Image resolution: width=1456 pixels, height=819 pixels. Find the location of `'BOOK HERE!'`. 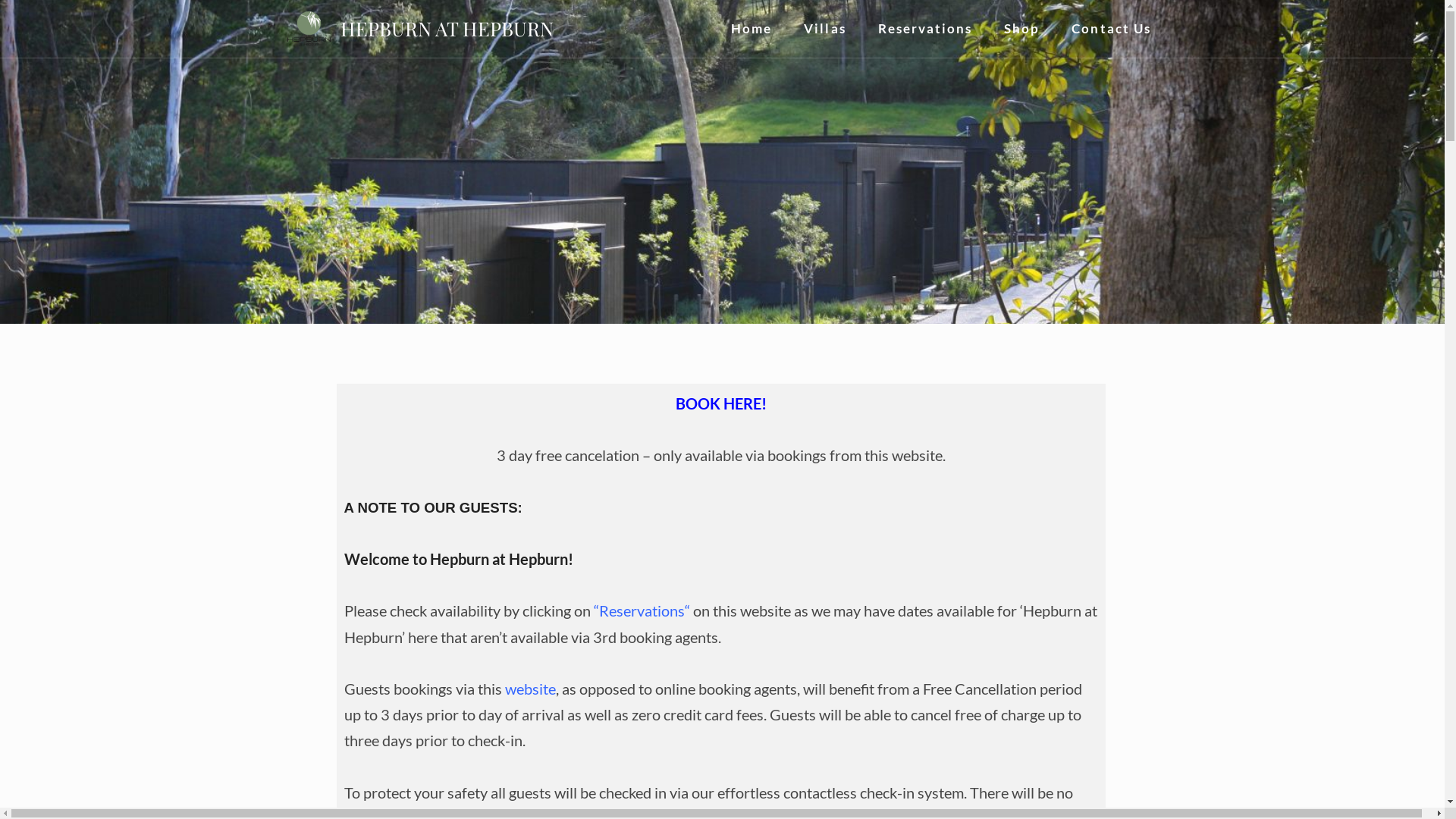

'BOOK HERE!' is located at coordinates (675, 403).